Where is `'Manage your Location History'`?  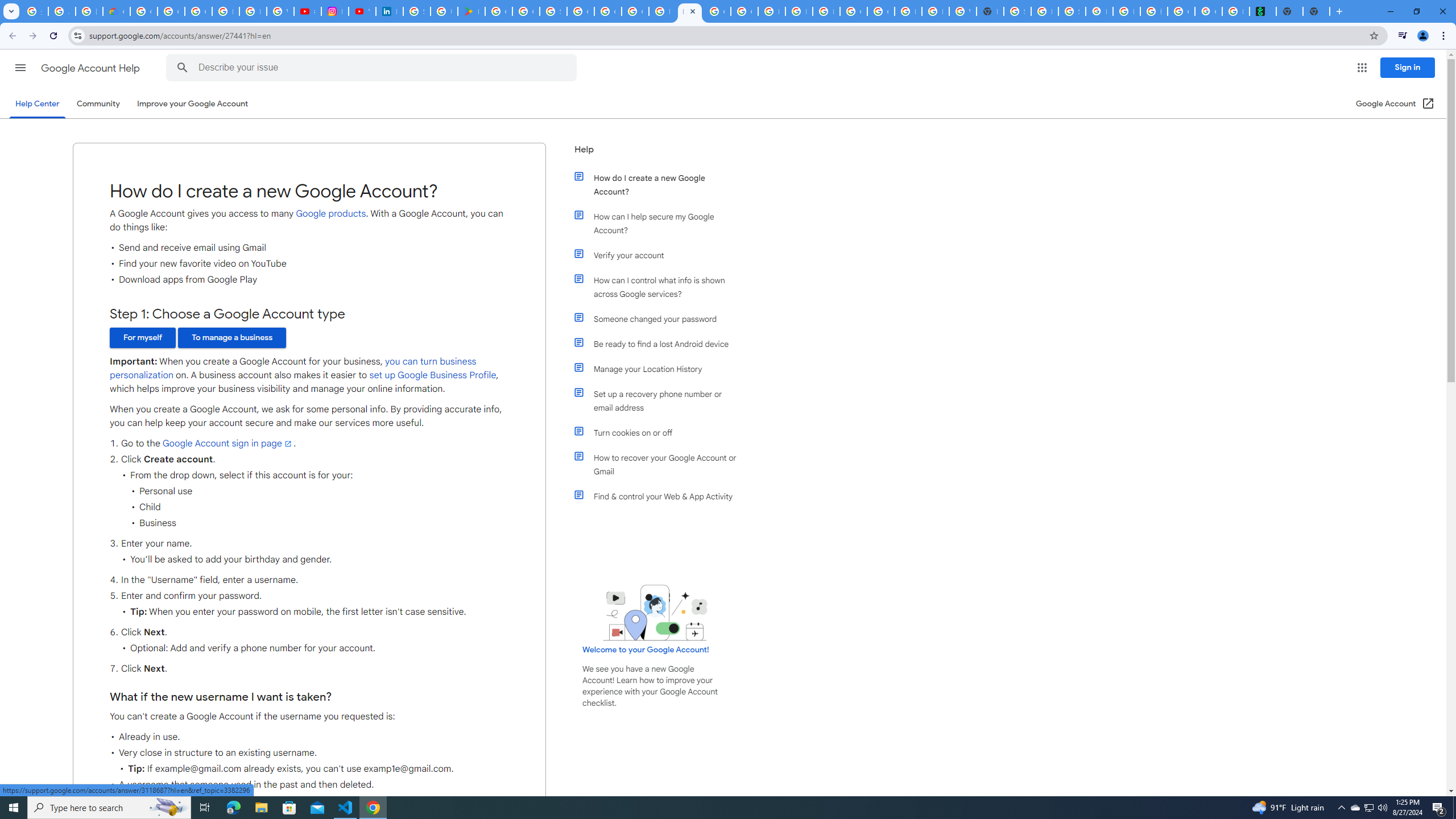 'Manage your Location History' is located at coordinates (661, 368).